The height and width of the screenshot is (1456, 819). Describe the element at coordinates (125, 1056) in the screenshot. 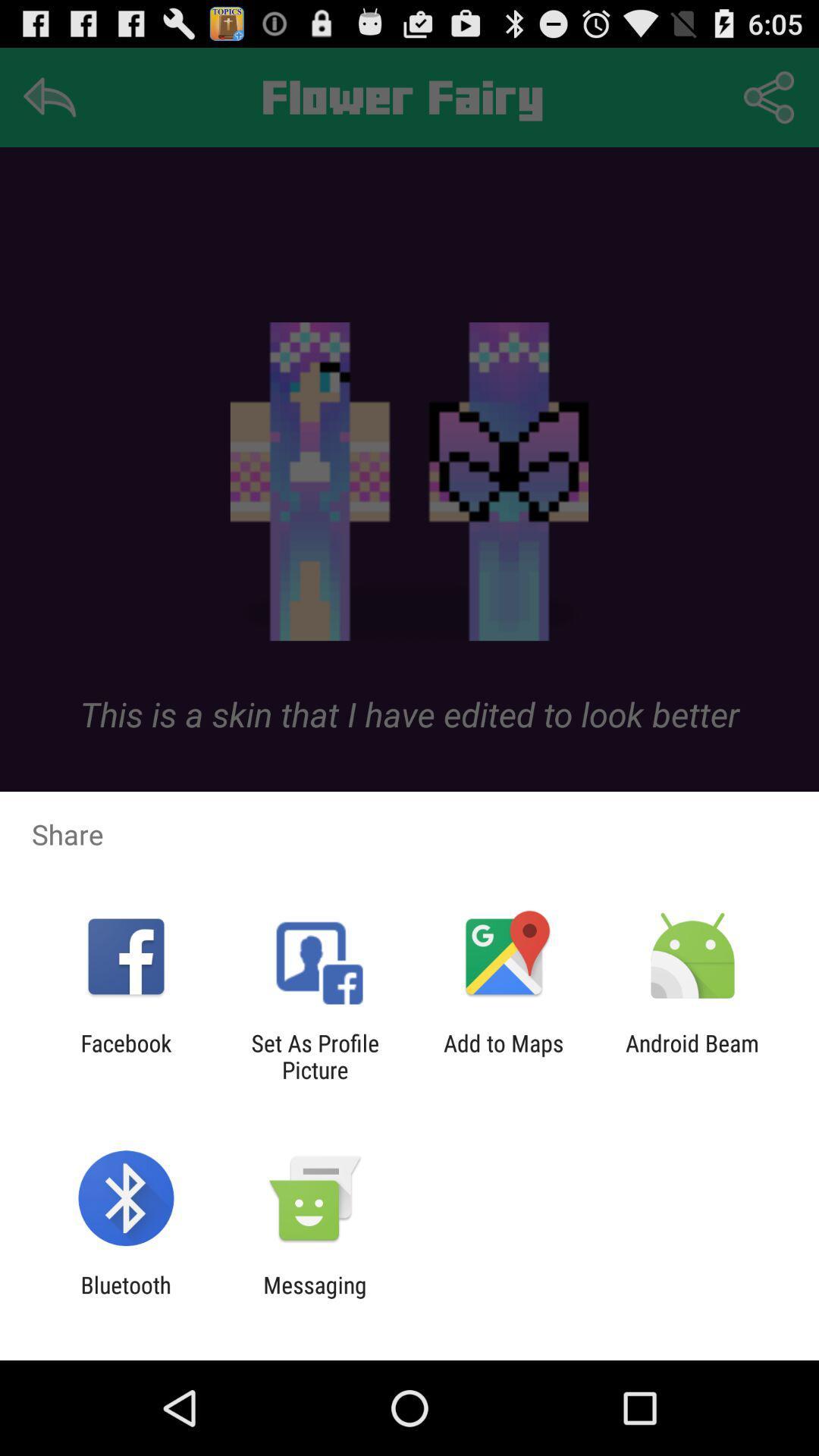

I see `facebook icon` at that location.